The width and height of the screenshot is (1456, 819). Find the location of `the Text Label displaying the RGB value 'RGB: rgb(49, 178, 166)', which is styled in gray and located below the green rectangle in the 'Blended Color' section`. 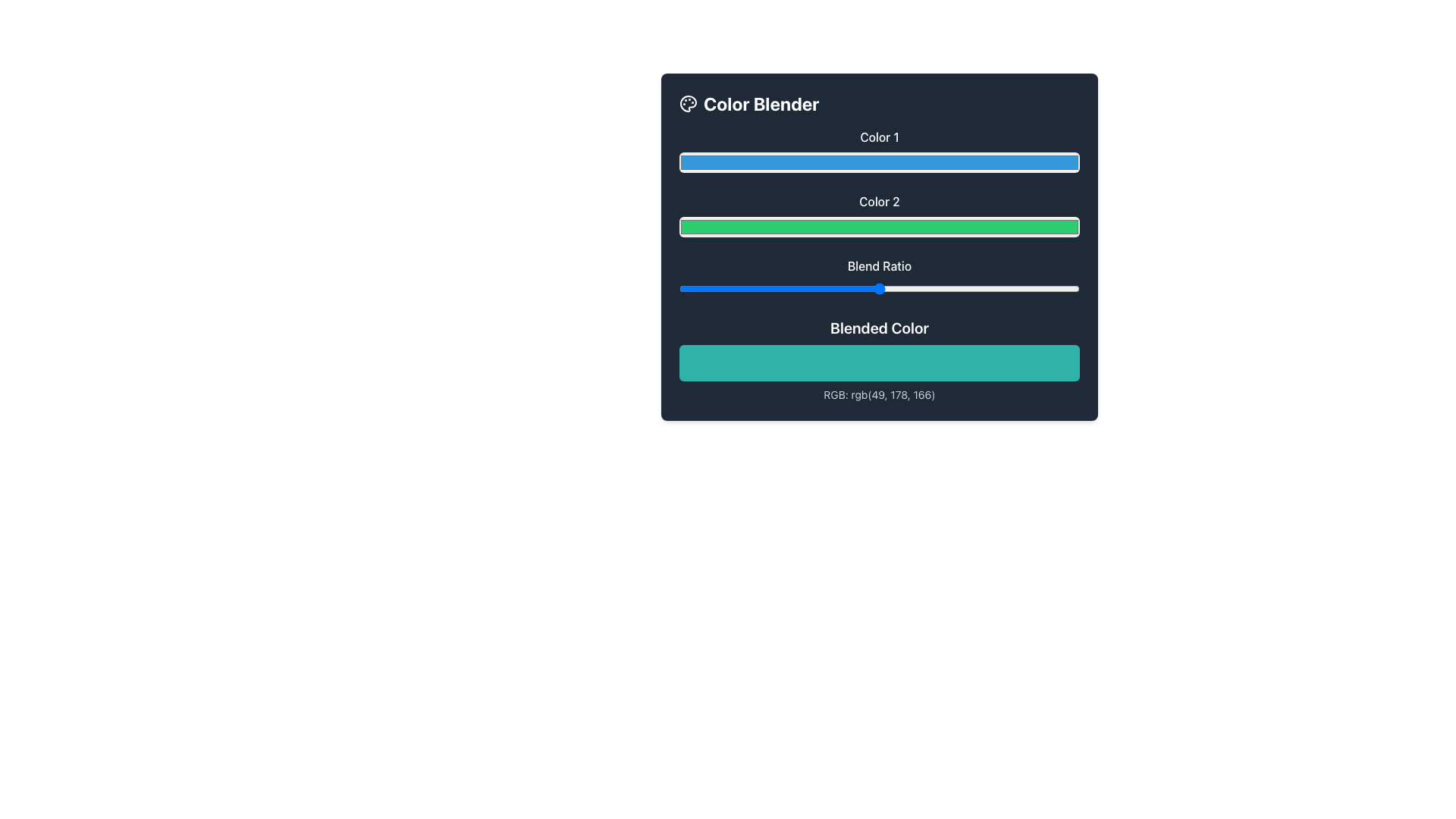

the Text Label displaying the RGB value 'RGB: rgb(49, 178, 166)', which is styled in gray and located below the green rectangle in the 'Blended Color' section is located at coordinates (880, 394).